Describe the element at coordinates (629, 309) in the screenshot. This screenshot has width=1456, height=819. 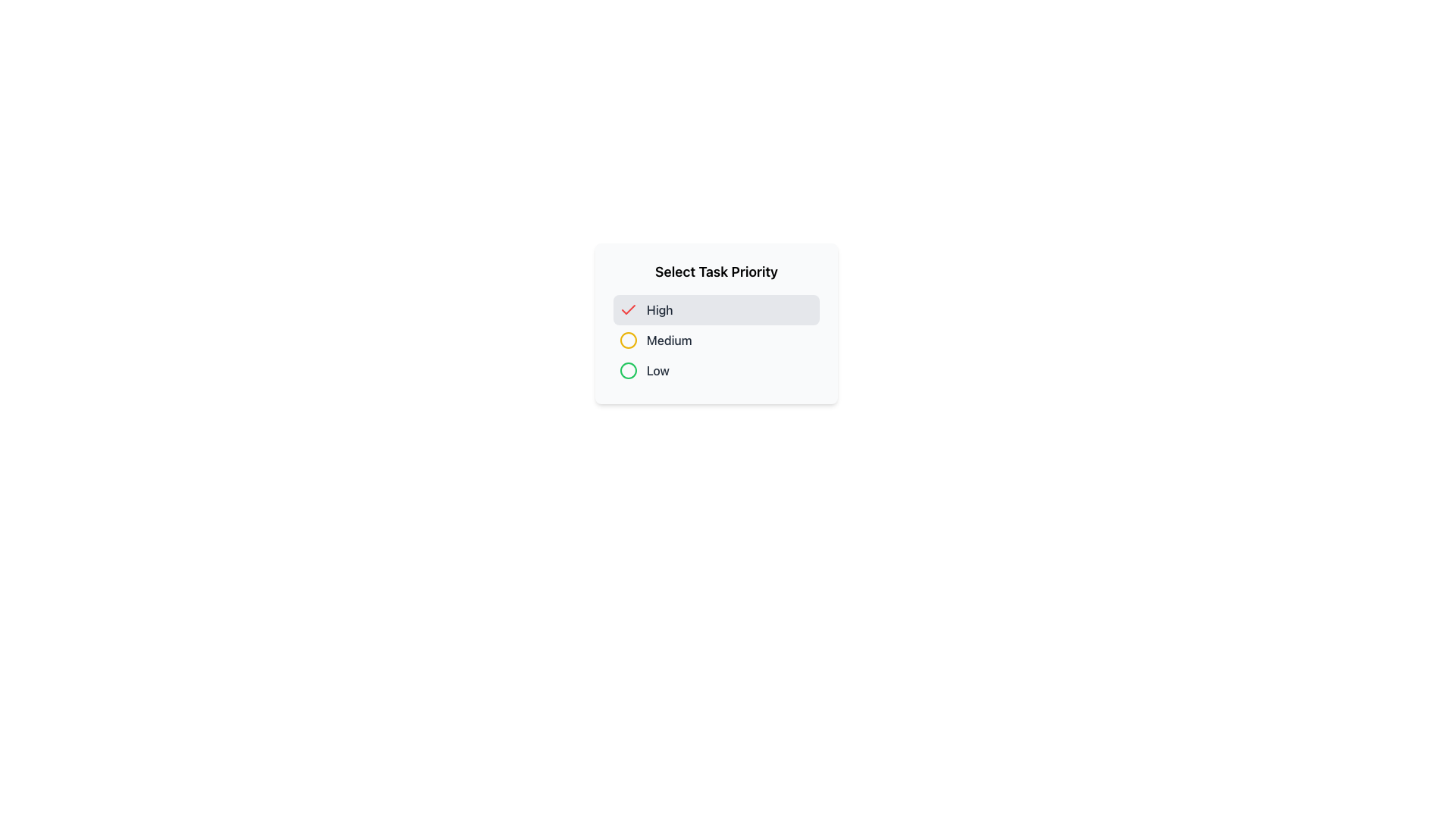
I see `the checkmark SVG icon representing the selection status of the 'High' priority task option in the task priority selection panel` at that location.